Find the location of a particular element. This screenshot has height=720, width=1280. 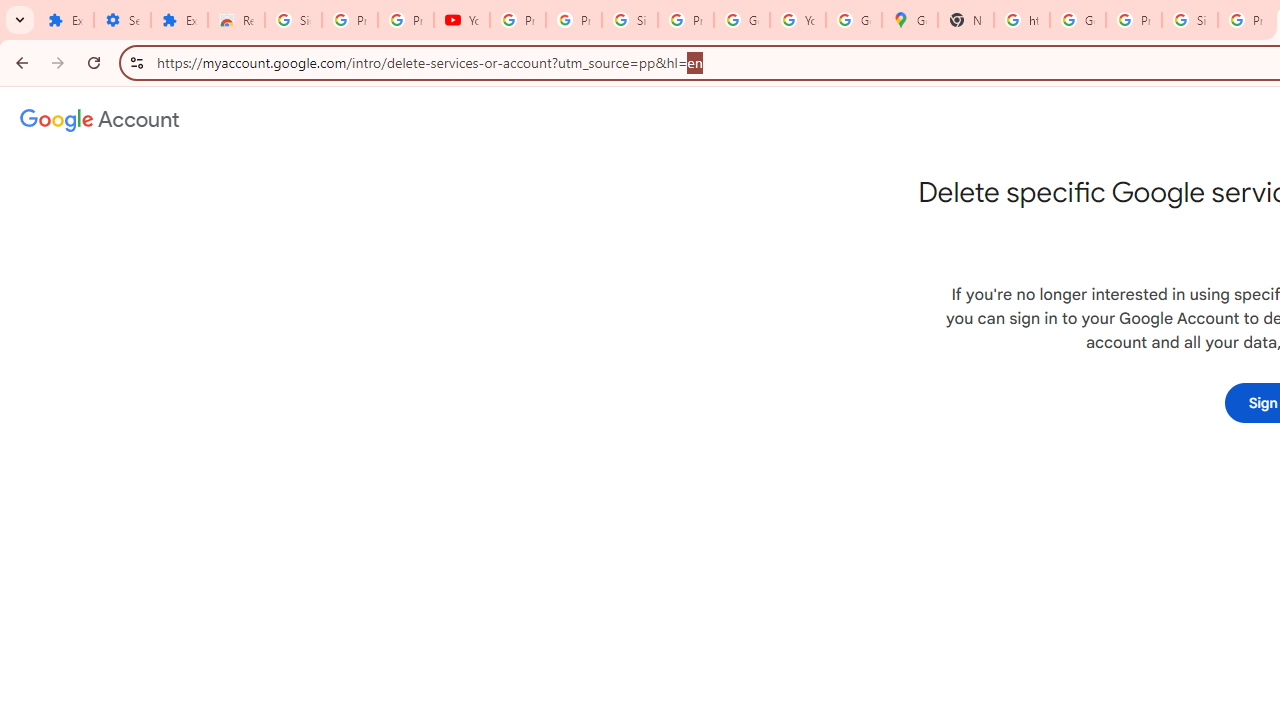

'Reviews: Helix Fruit Jump Arcade Game' is located at coordinates (236, 20).